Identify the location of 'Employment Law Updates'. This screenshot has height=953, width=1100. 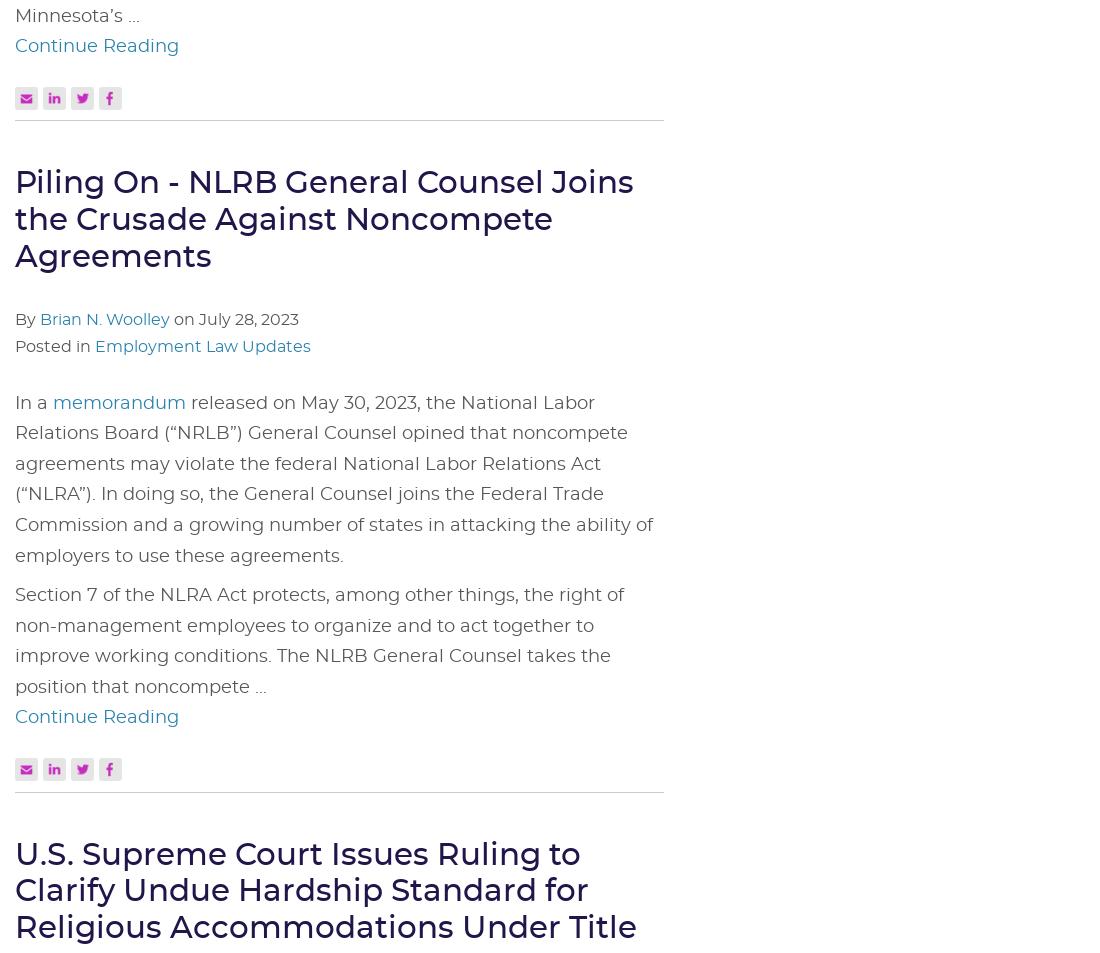
(201, 345).